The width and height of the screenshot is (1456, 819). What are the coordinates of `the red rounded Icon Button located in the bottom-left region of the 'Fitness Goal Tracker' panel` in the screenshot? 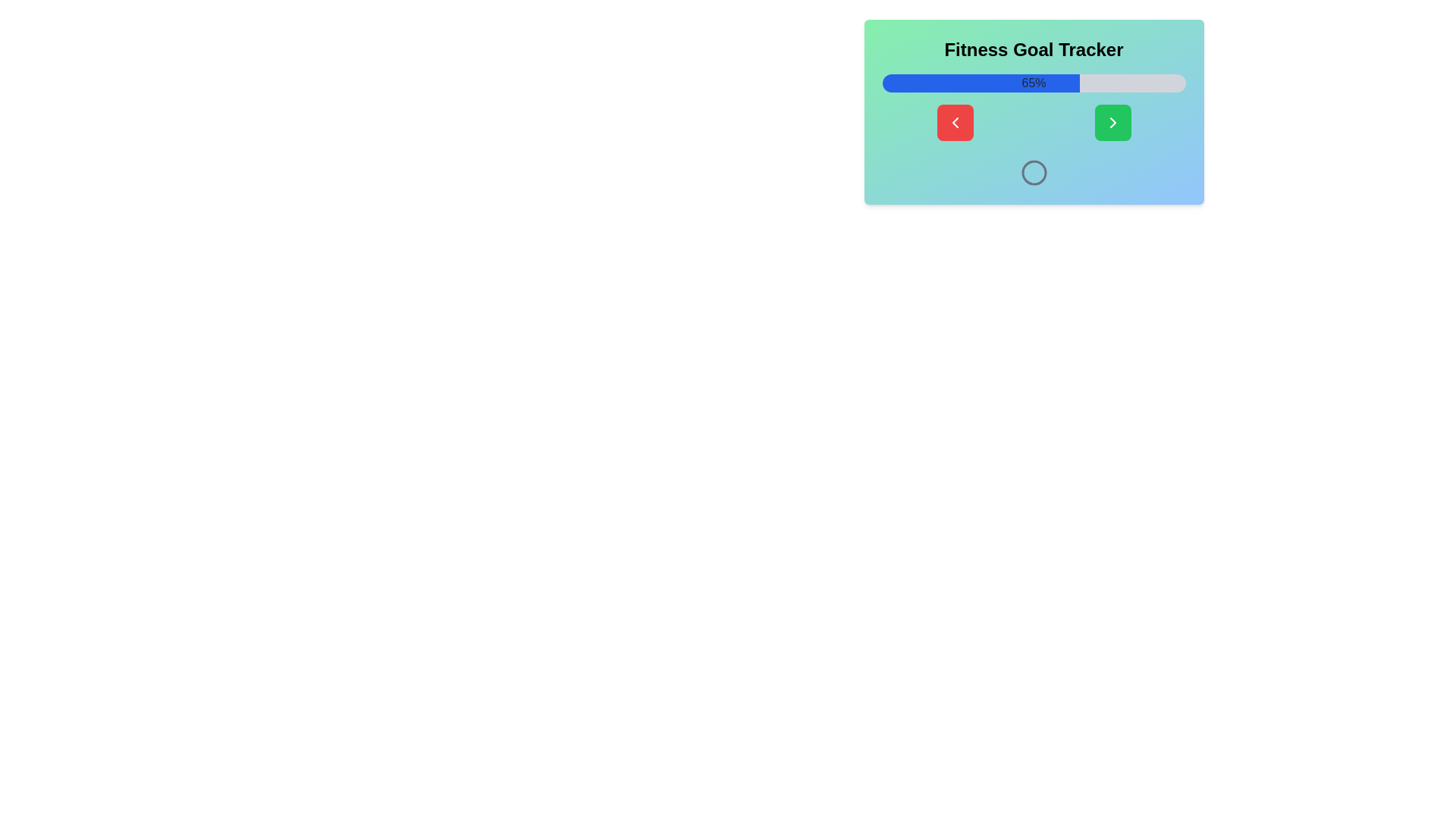 It's located at (954, 122).